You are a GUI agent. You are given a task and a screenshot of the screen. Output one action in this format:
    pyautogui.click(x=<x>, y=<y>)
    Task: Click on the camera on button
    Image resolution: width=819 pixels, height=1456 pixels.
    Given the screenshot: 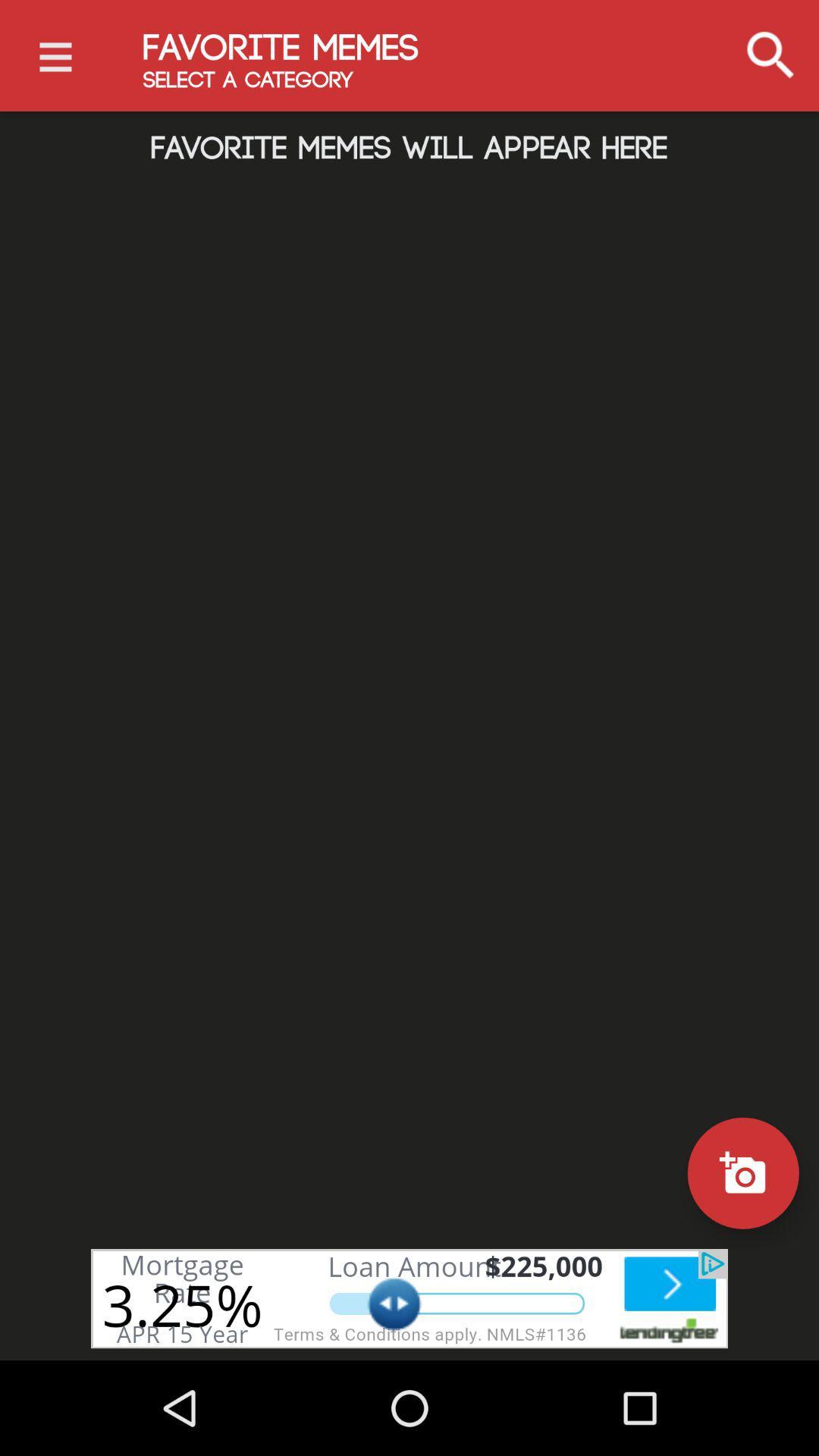 What is the action you would take?
    pyautogui.click(x=742, y=1172)
    